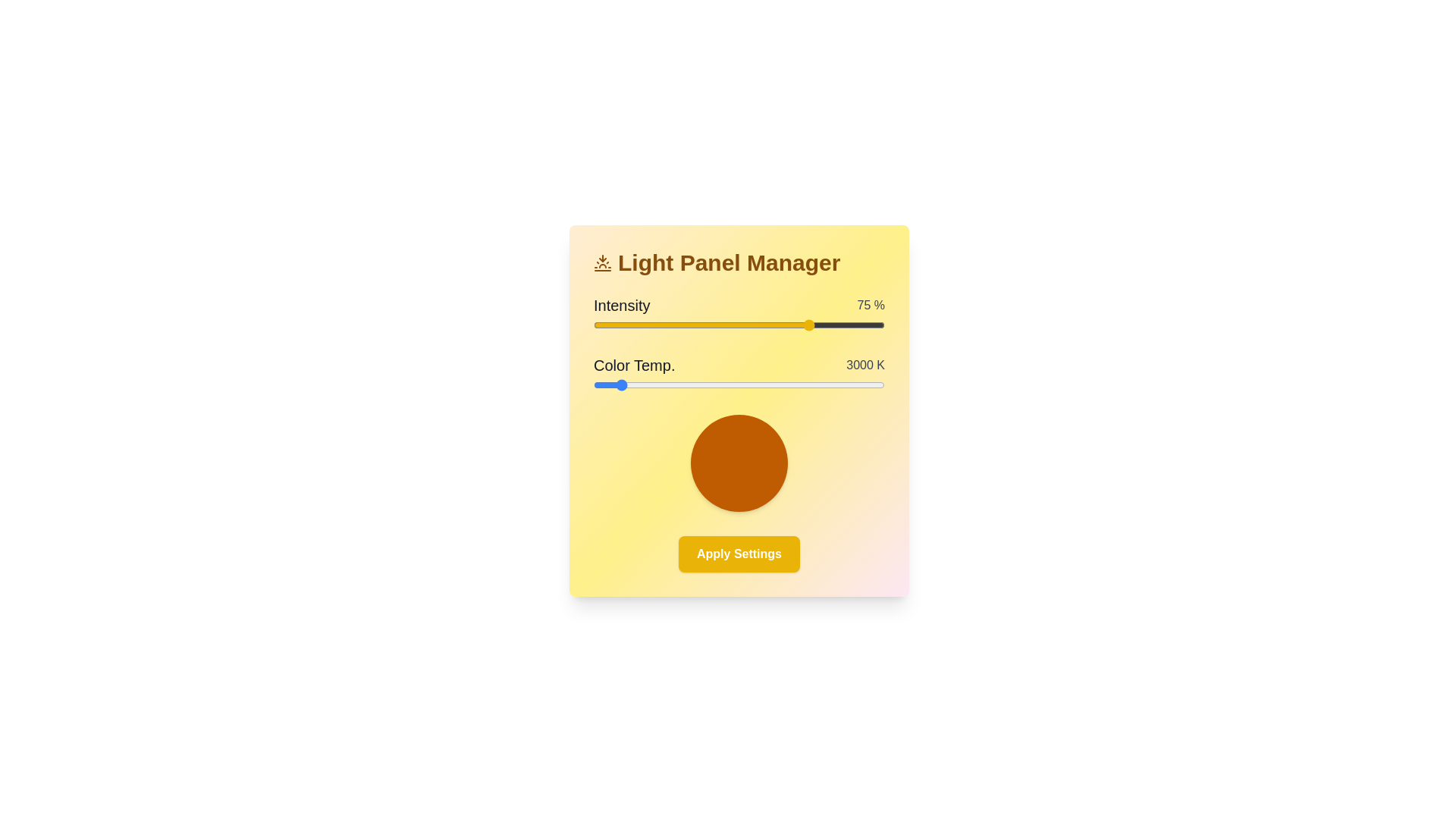 This screenshot has height=819, width=1456. I want to click on the color temperature slider to 5271 K, so click(789, 384).